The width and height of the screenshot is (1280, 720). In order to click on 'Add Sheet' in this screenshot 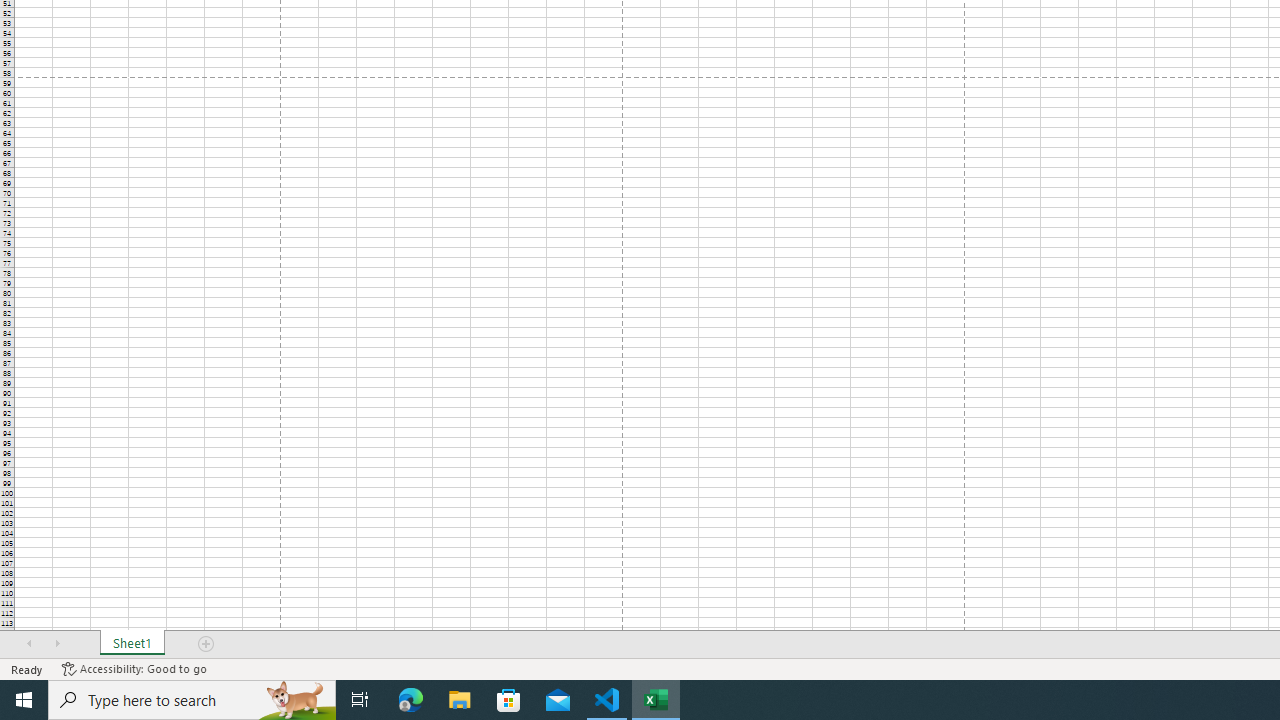, I will do `click(207, 644)`.